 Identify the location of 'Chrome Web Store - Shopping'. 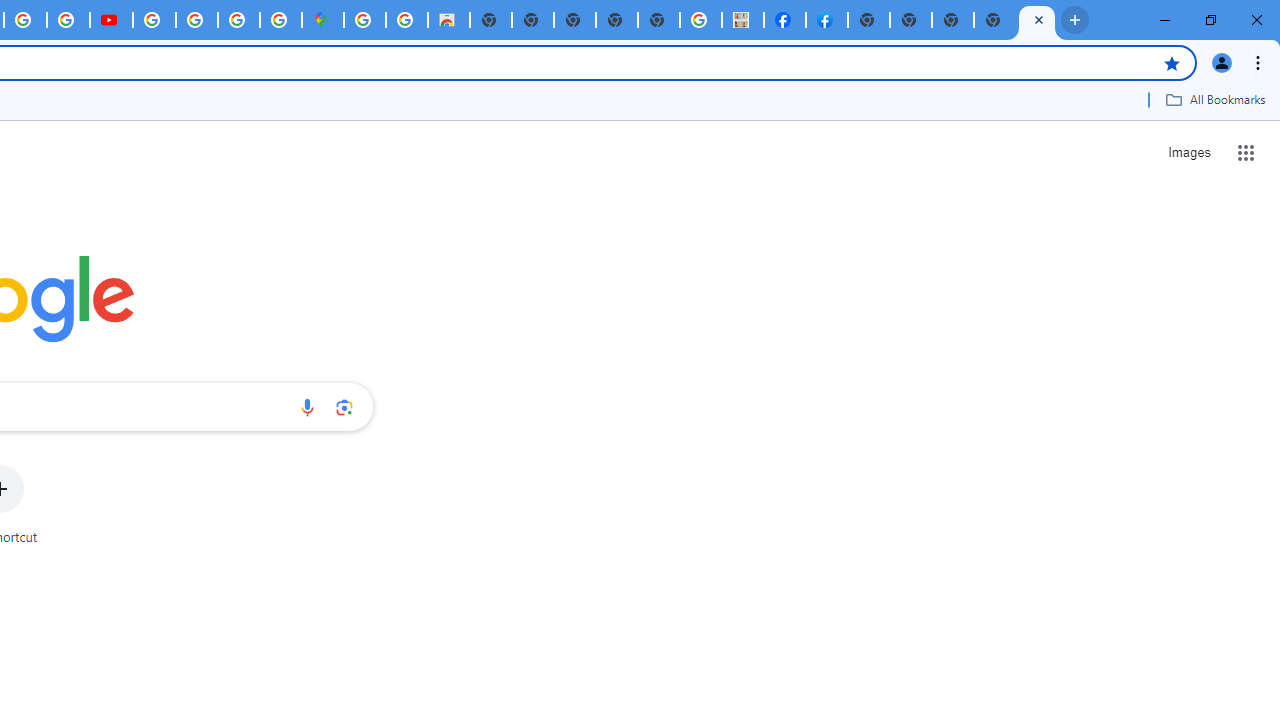
(447, 20).